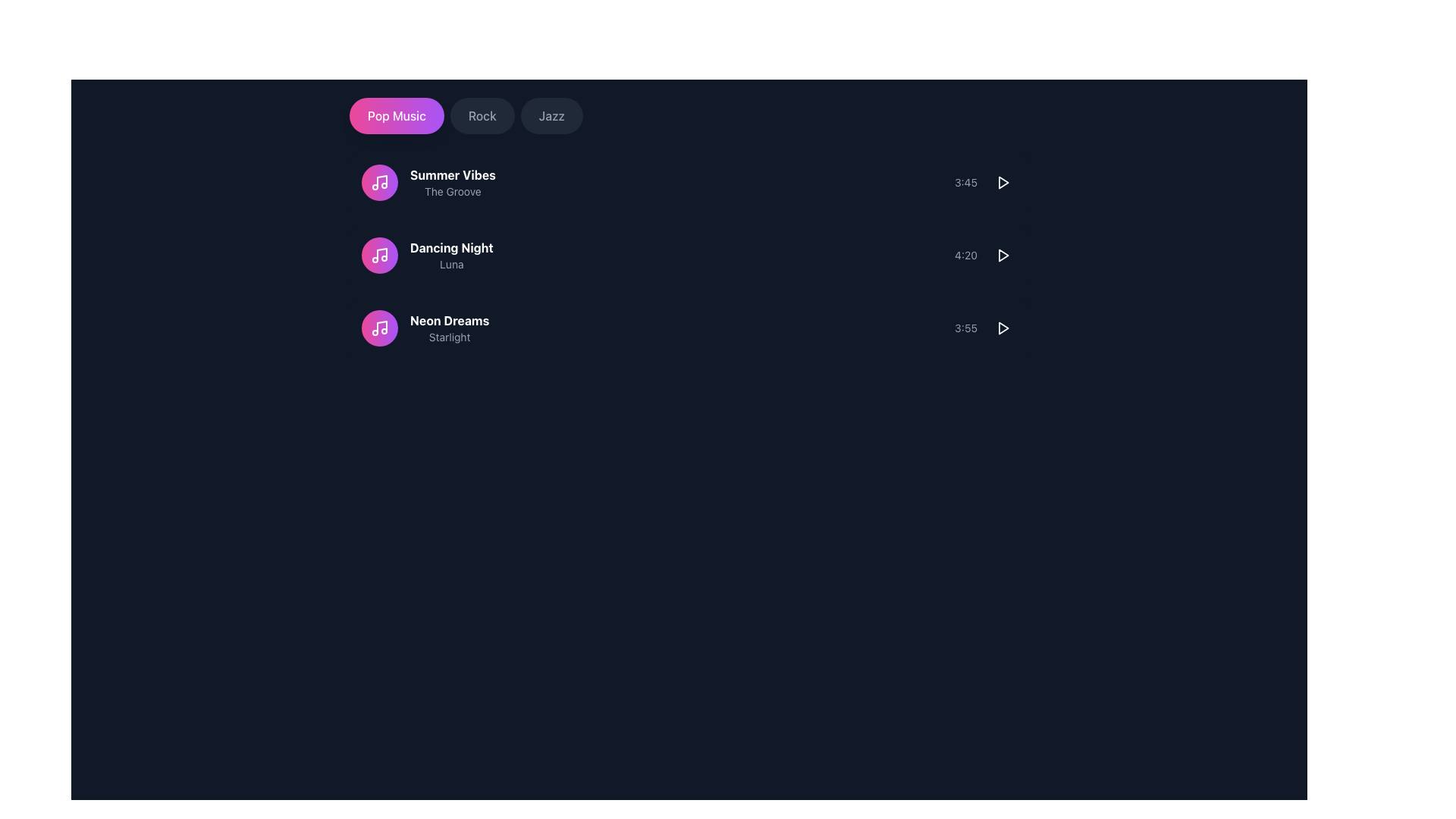  What do you see at coordinates (452, 191) in the screenshot?
I see `the text label providing additional information about the 'Summer Vibes' entry, located immediately below the 'Summer Vibes' text` at bounding box center [452, 191].